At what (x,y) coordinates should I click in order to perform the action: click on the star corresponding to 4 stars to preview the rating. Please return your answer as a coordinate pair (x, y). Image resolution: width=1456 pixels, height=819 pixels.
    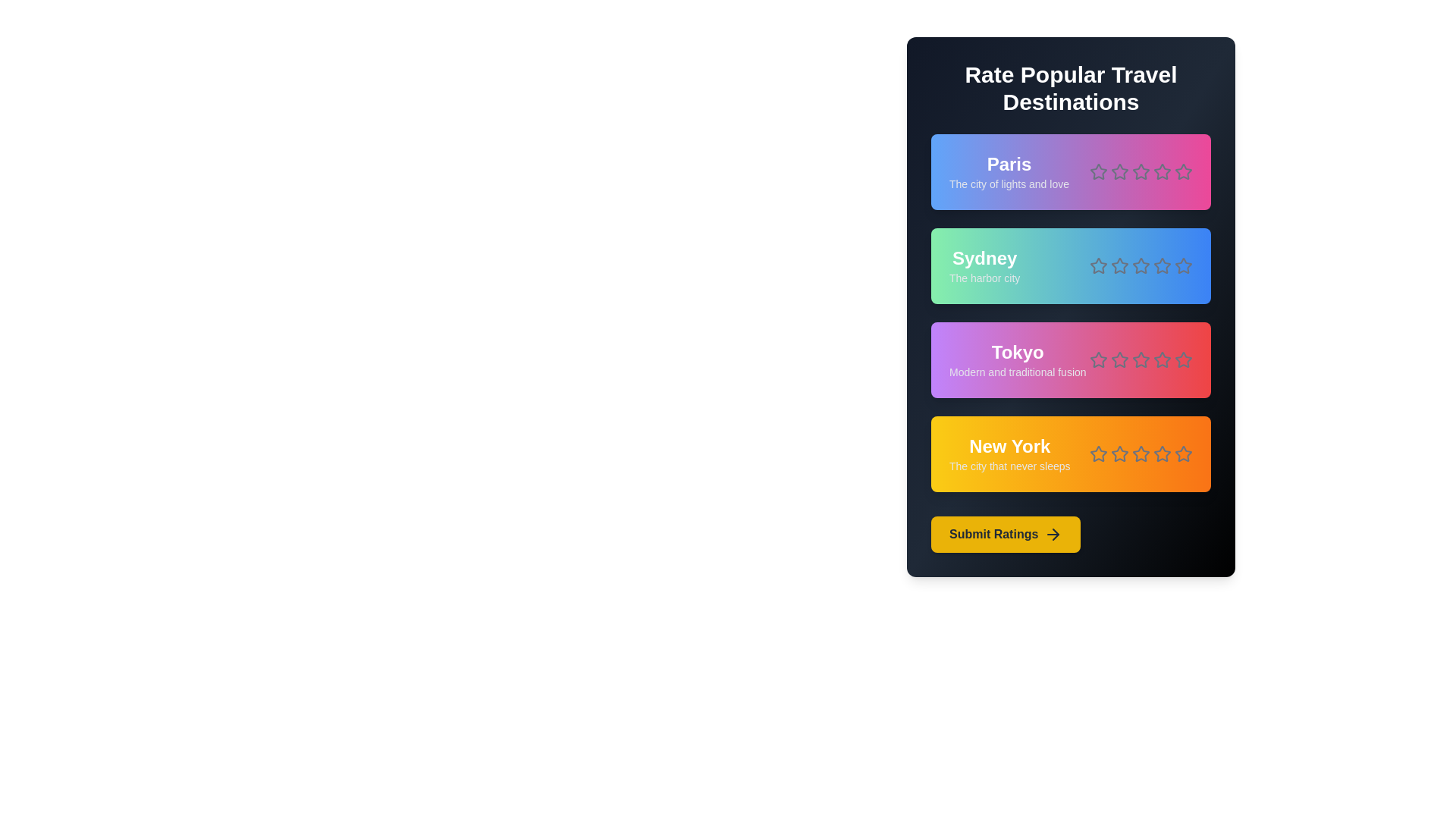
    Looking at the image, I should click on (1161, 171).